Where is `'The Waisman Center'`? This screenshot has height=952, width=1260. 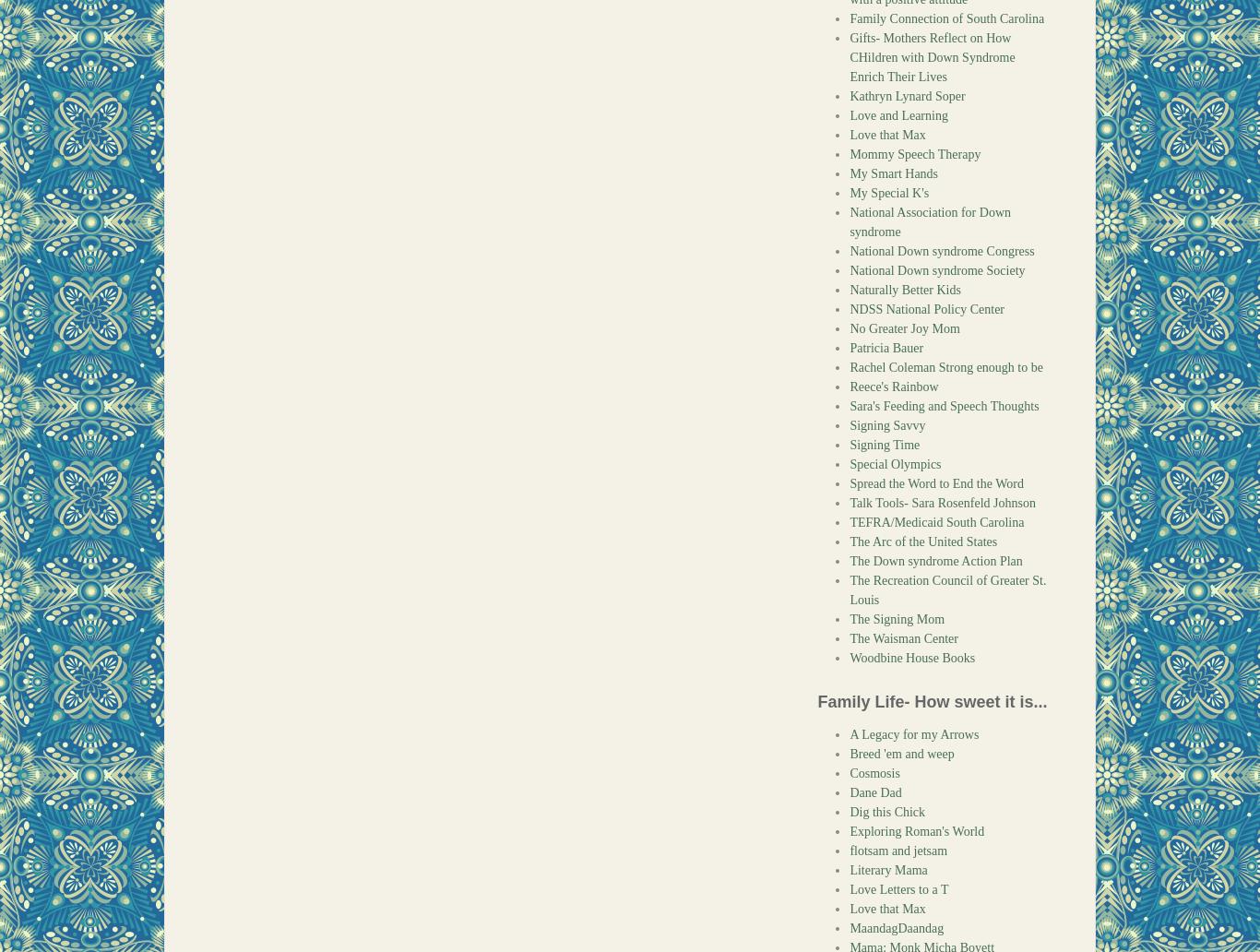 'The Waisman Center' is located at coordinates (903, 637).